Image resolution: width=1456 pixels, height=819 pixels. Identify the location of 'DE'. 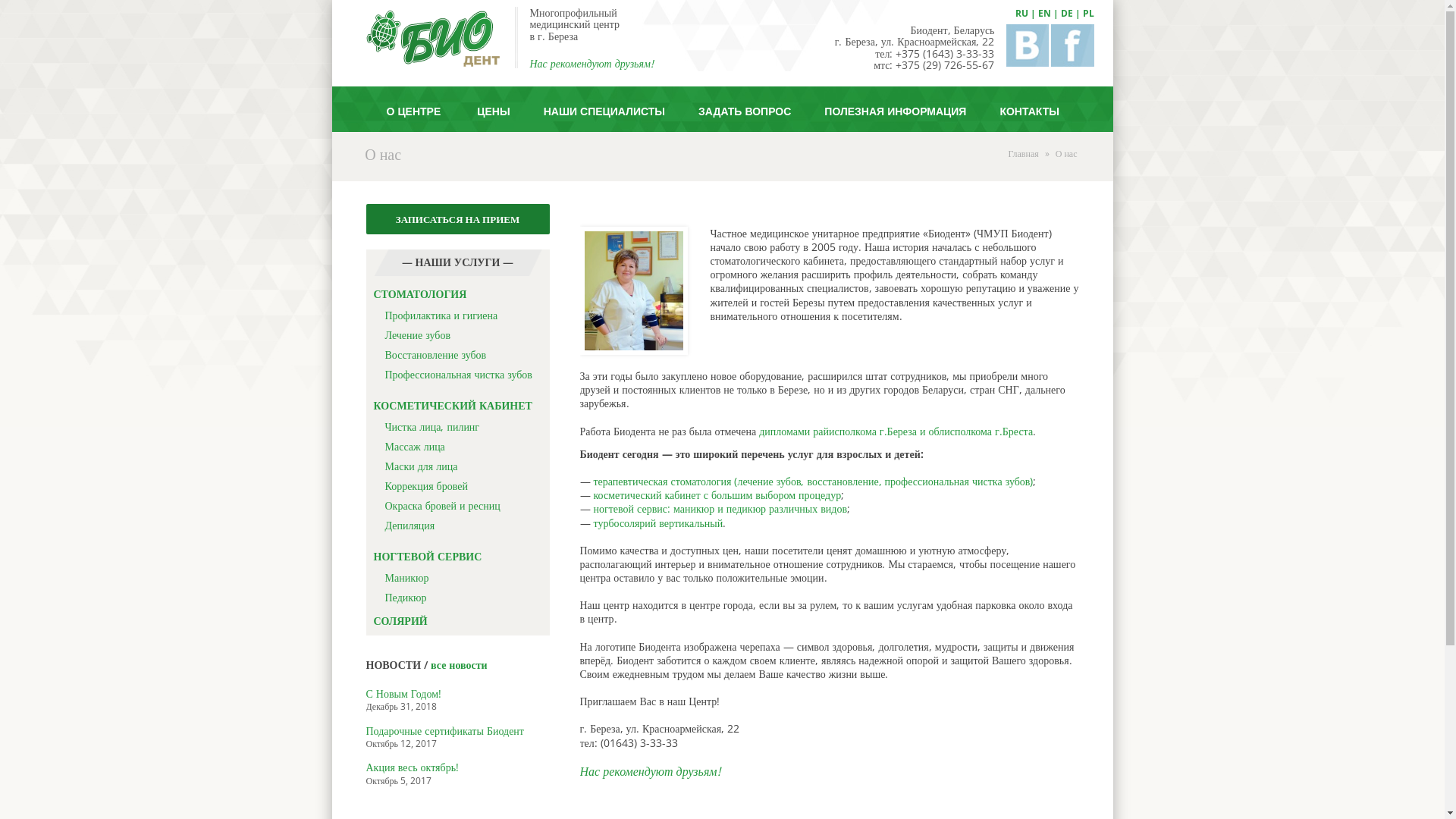
(1065, 13).